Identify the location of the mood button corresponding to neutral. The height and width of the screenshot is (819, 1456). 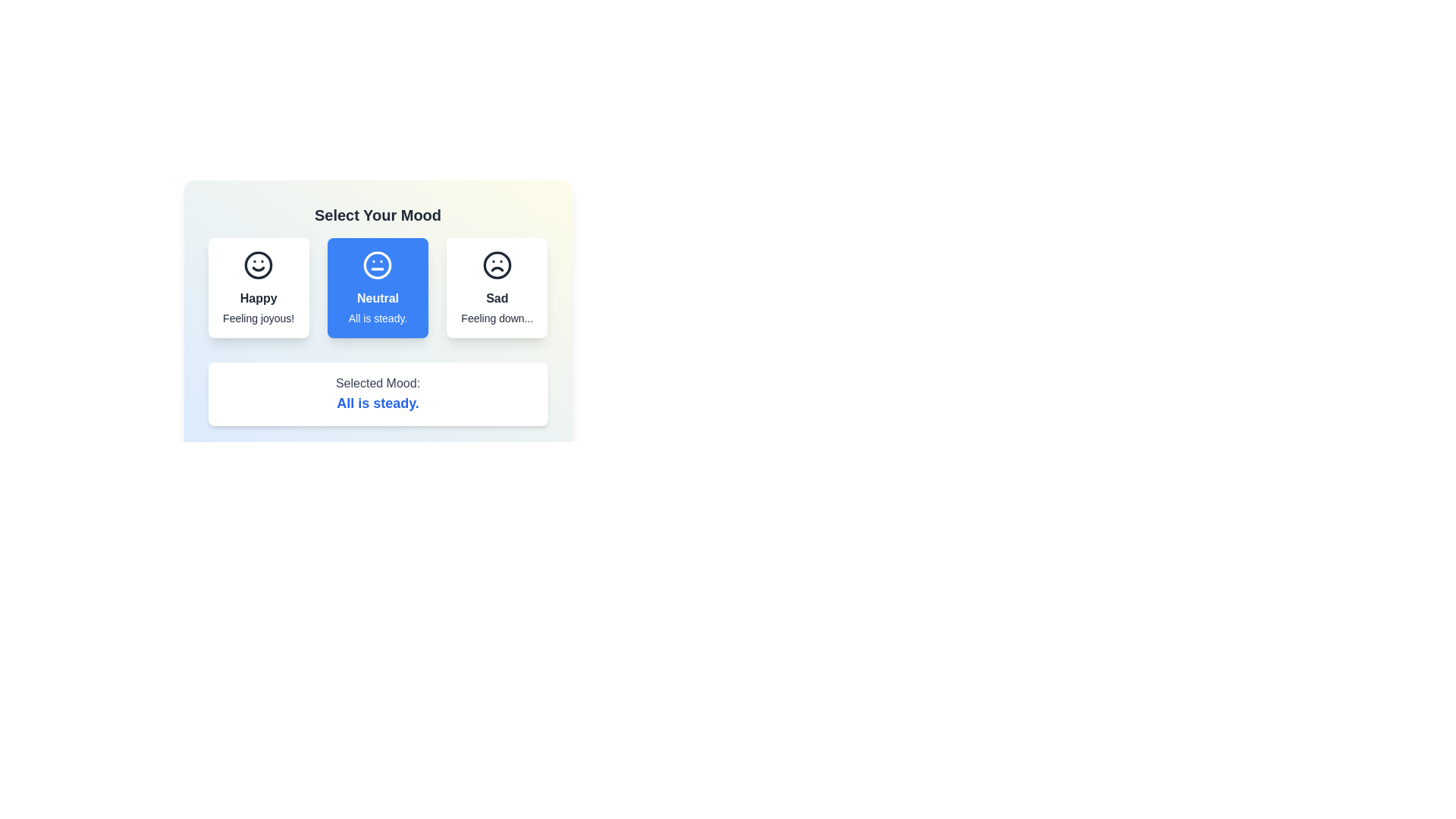
(378, 288).